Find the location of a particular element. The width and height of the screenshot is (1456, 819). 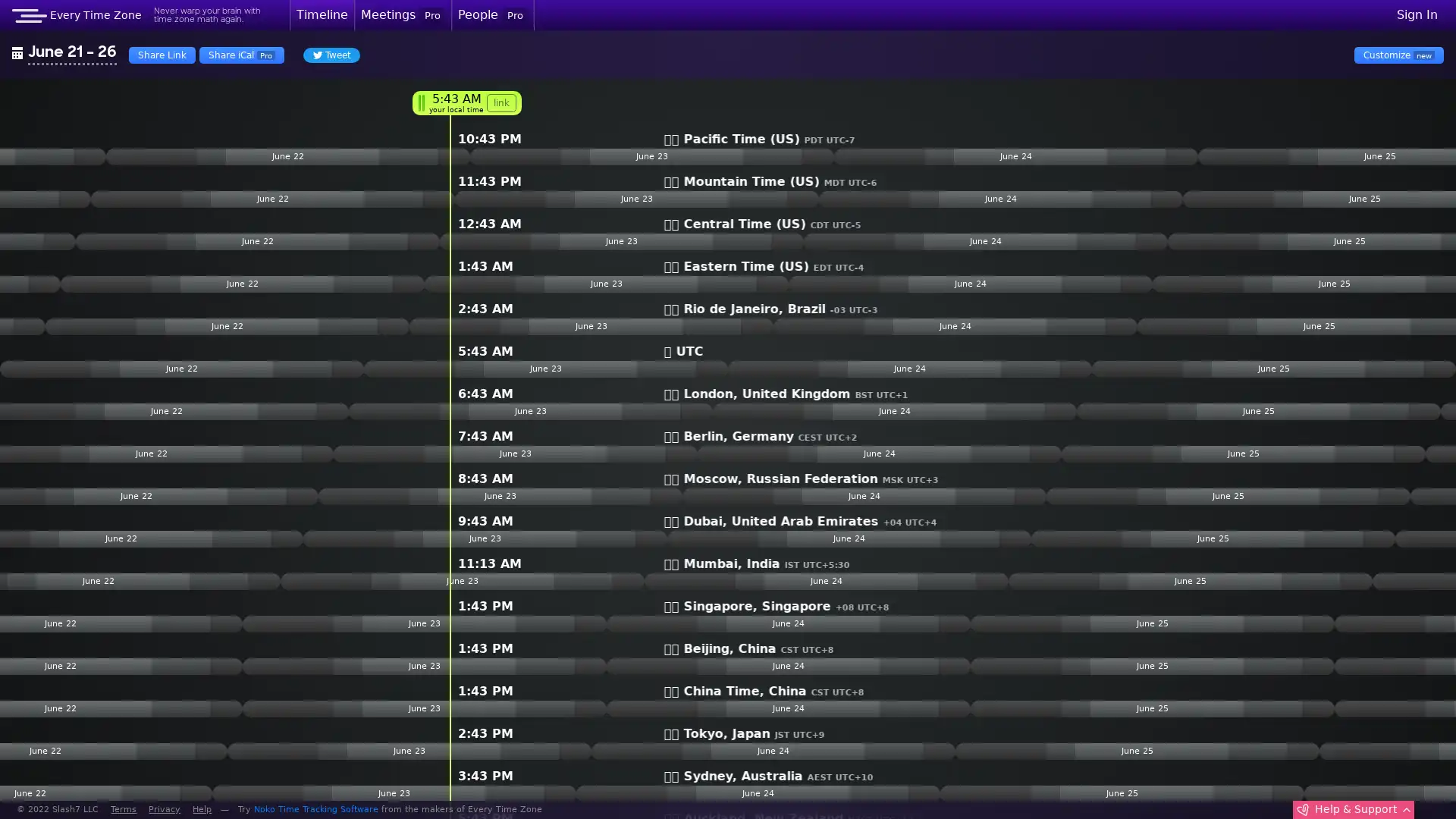

Share Link is located at coordinates (162, 54).